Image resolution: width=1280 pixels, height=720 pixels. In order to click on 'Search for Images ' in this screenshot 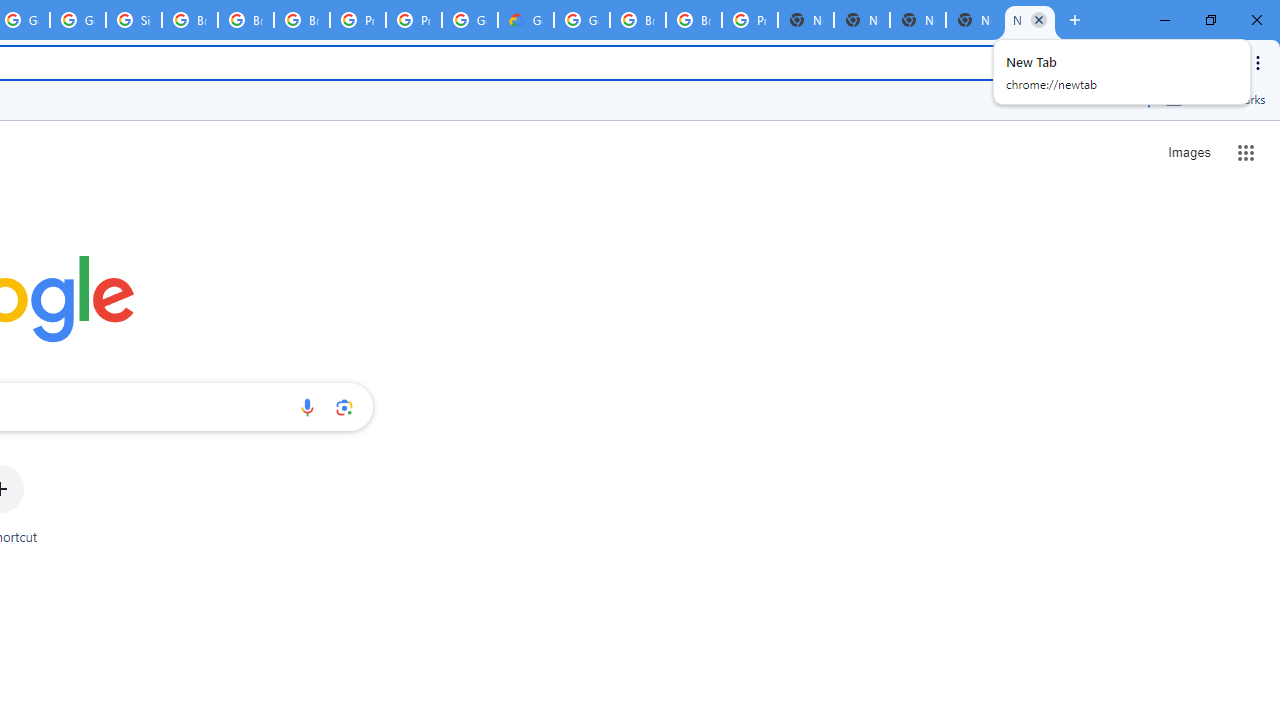, I will do `click(1189, 152)`.